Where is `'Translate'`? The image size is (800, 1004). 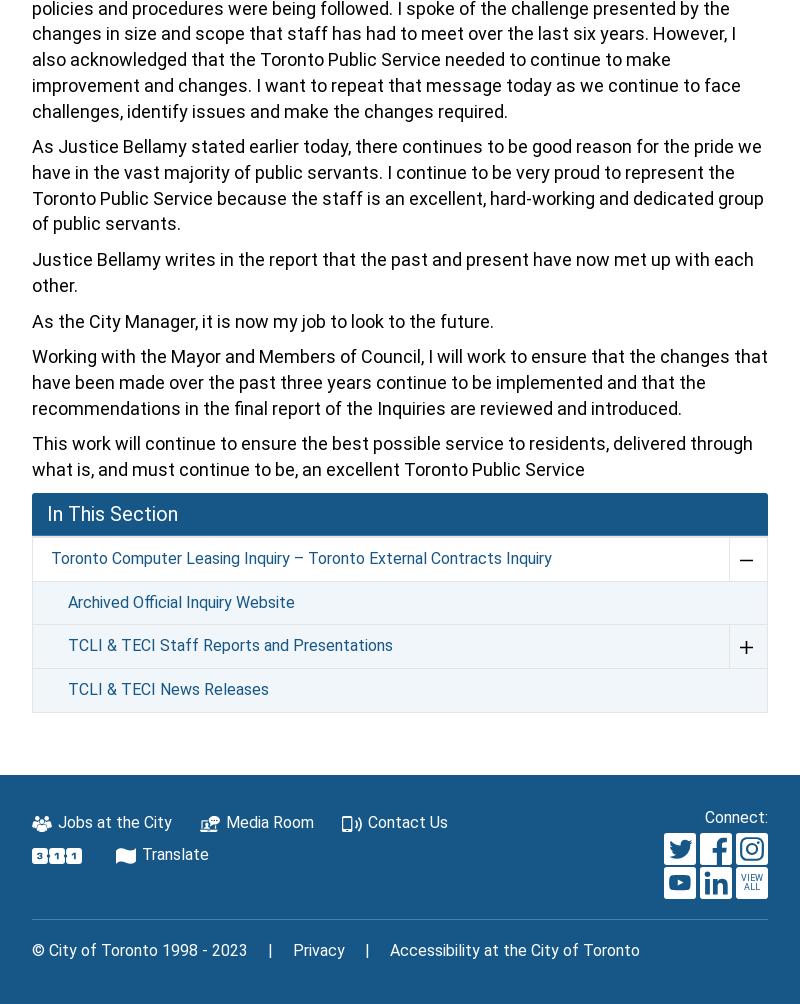
'Translate' is located at coordinates (173, 854).